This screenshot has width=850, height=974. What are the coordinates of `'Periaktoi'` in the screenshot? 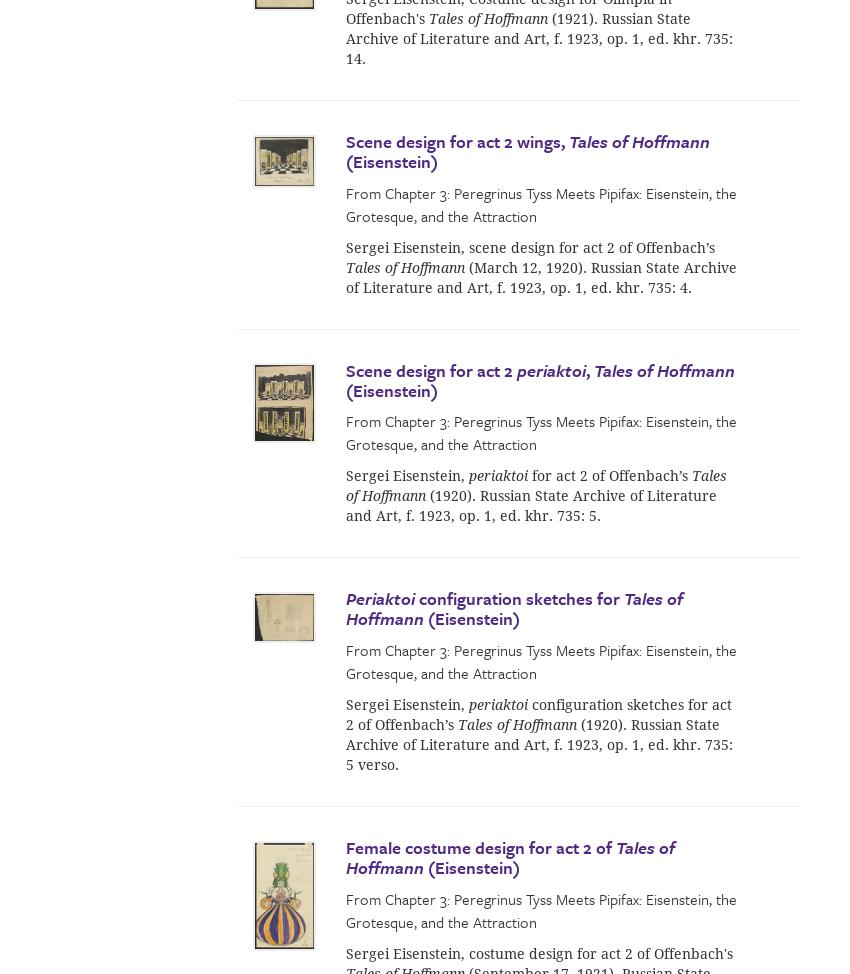 It's located at (379, 597).